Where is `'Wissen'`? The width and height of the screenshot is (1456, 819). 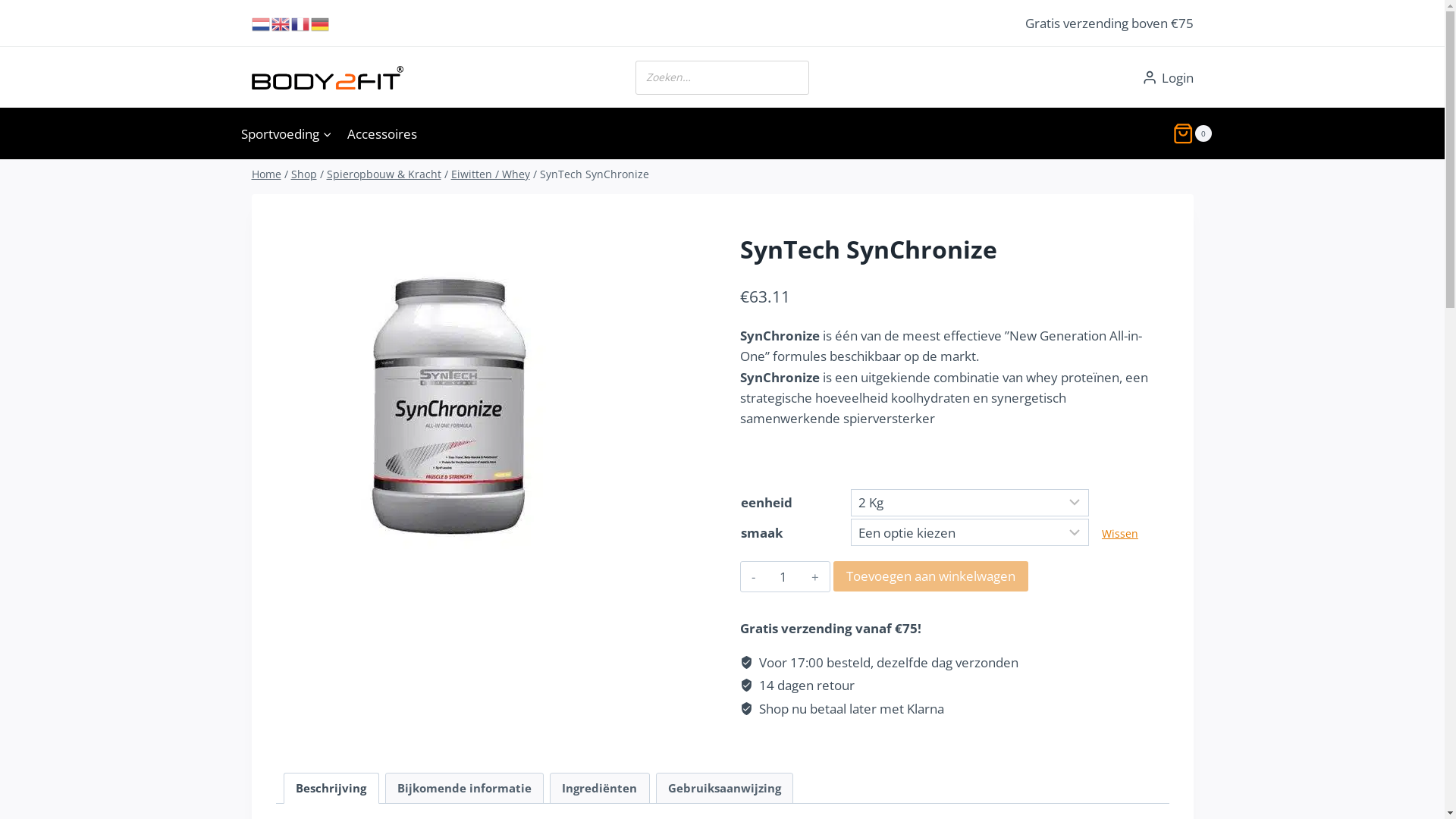
'Wissen' is located at coordinates (1102, 532).